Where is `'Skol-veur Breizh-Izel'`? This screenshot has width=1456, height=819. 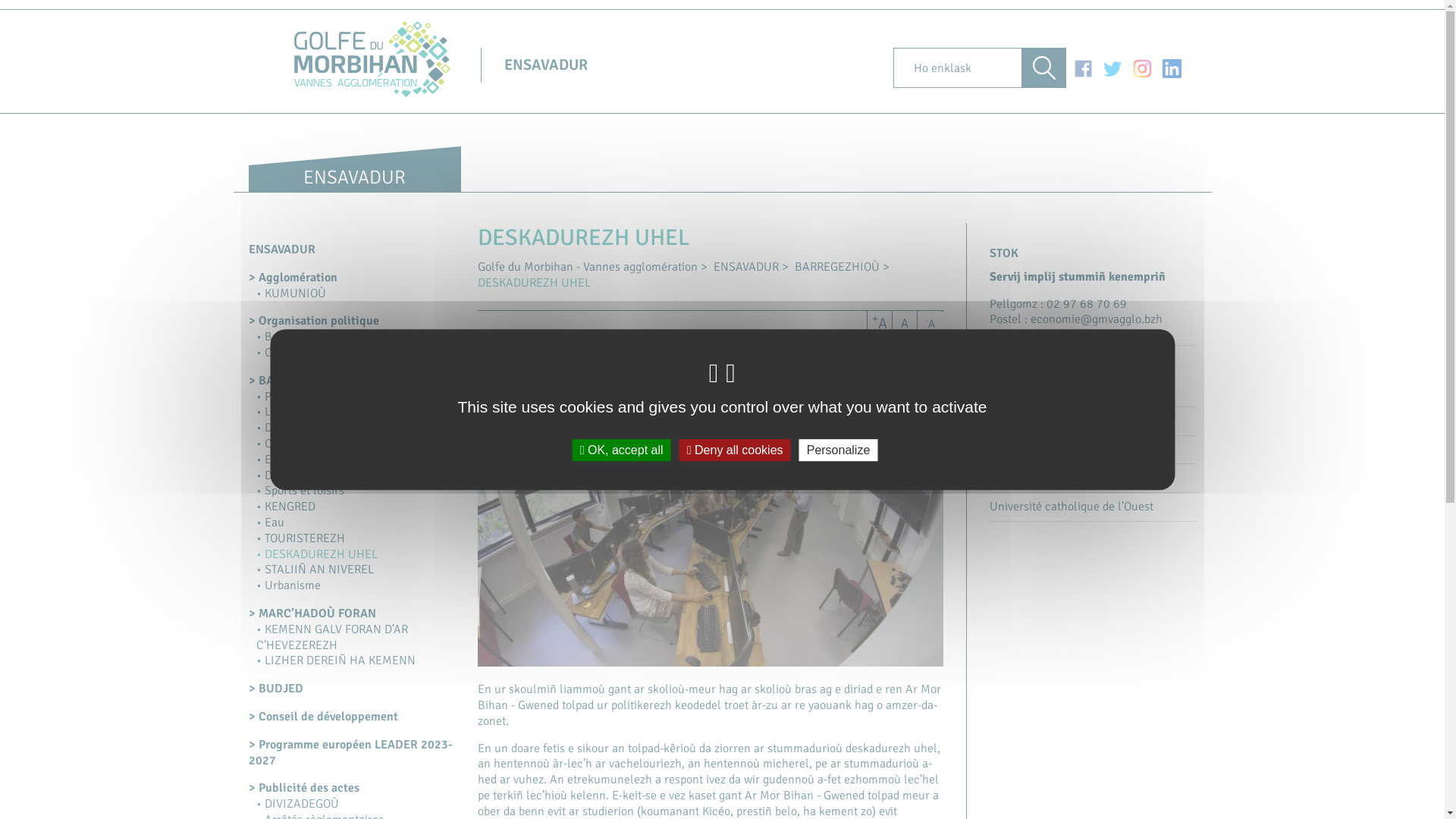 'Skol-veur Breizh-Izel' is located at coordinates (1093, 452).